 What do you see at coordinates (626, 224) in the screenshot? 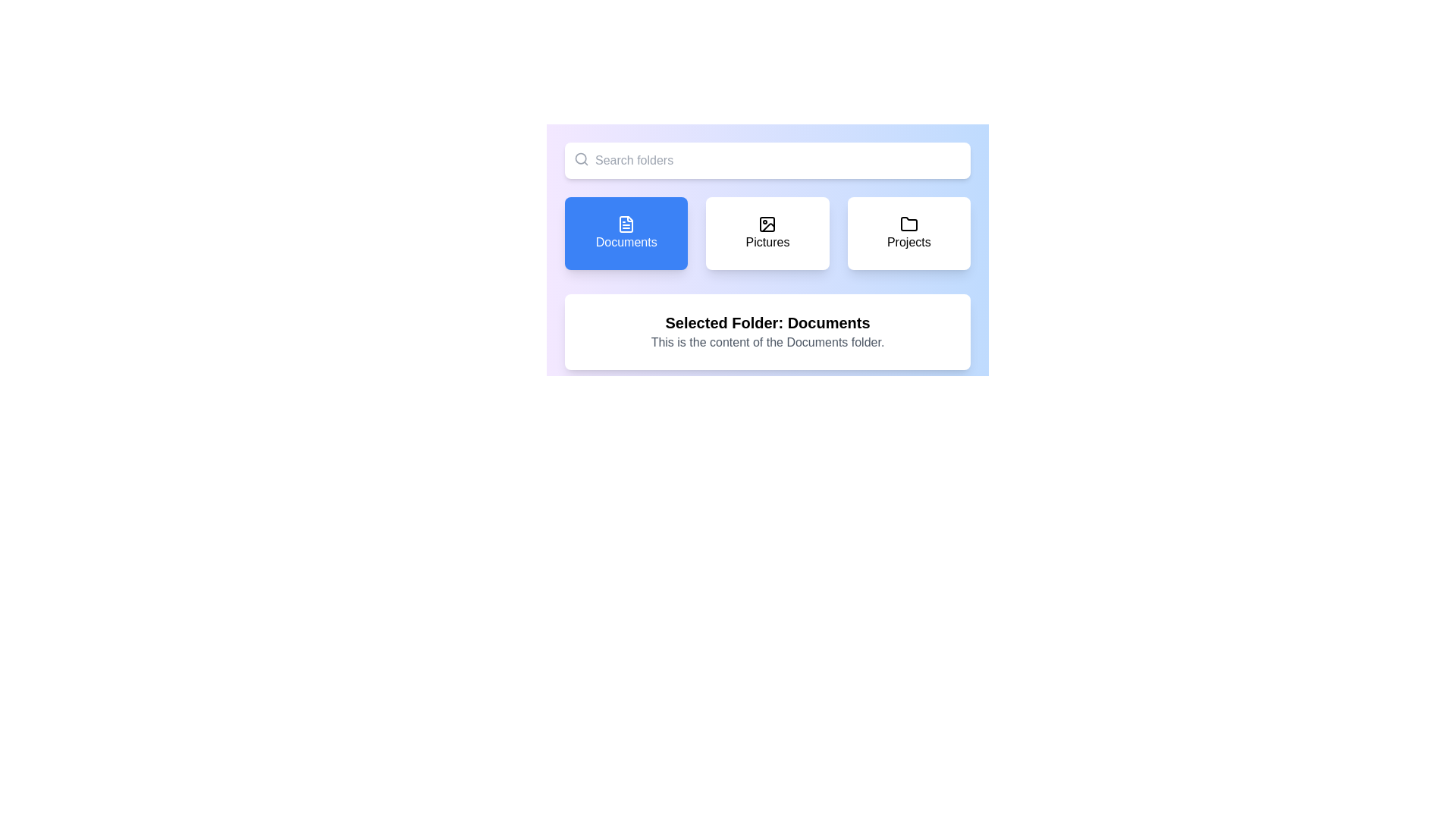
I see `the blue button labeled 'Documents', which contains an icon indicating files or textual content, positioned above the 'Documents' text label` at bounding box center [626, 224].